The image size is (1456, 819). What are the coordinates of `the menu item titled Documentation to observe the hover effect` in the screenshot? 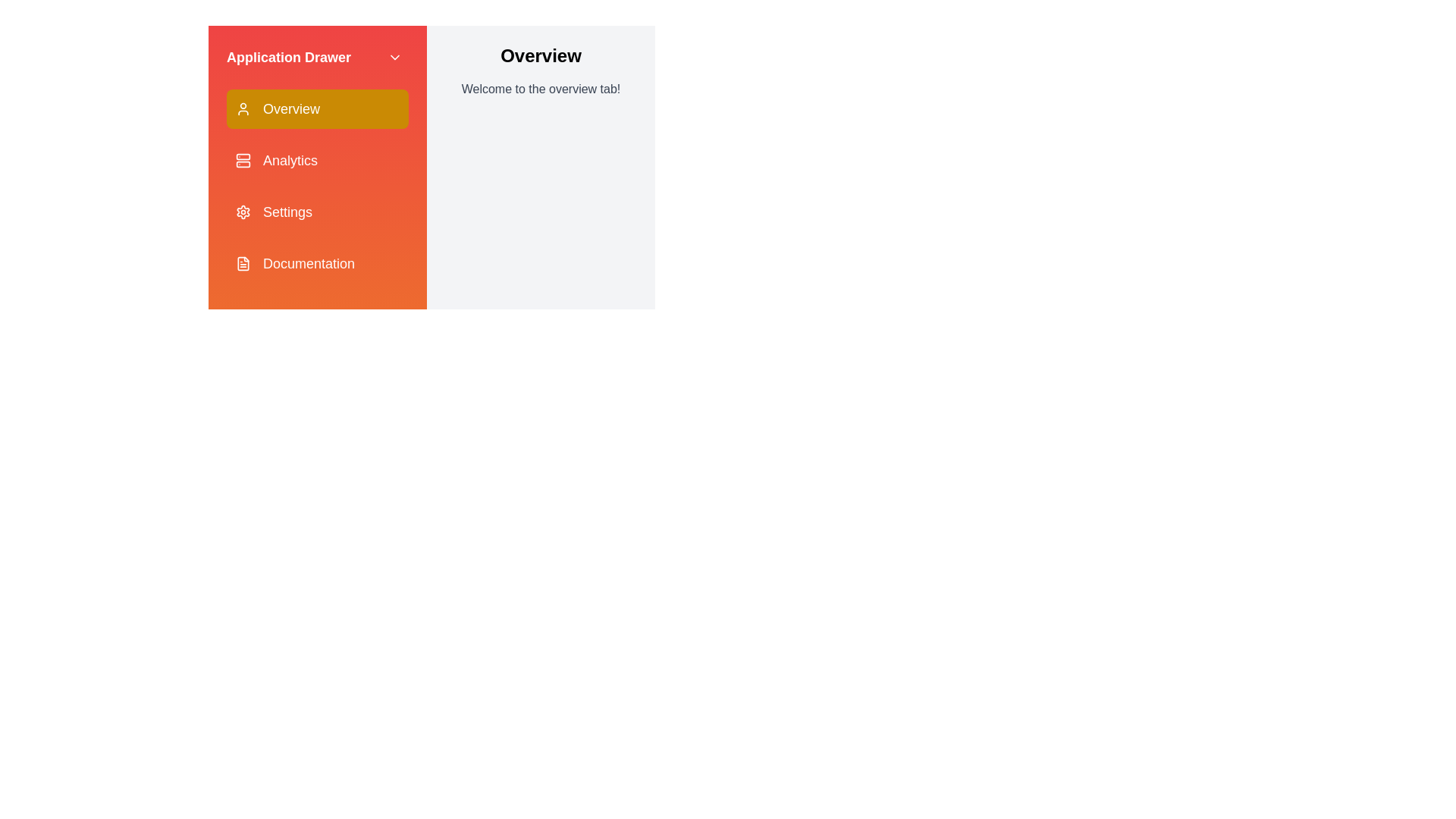 It's located at (316, 262).